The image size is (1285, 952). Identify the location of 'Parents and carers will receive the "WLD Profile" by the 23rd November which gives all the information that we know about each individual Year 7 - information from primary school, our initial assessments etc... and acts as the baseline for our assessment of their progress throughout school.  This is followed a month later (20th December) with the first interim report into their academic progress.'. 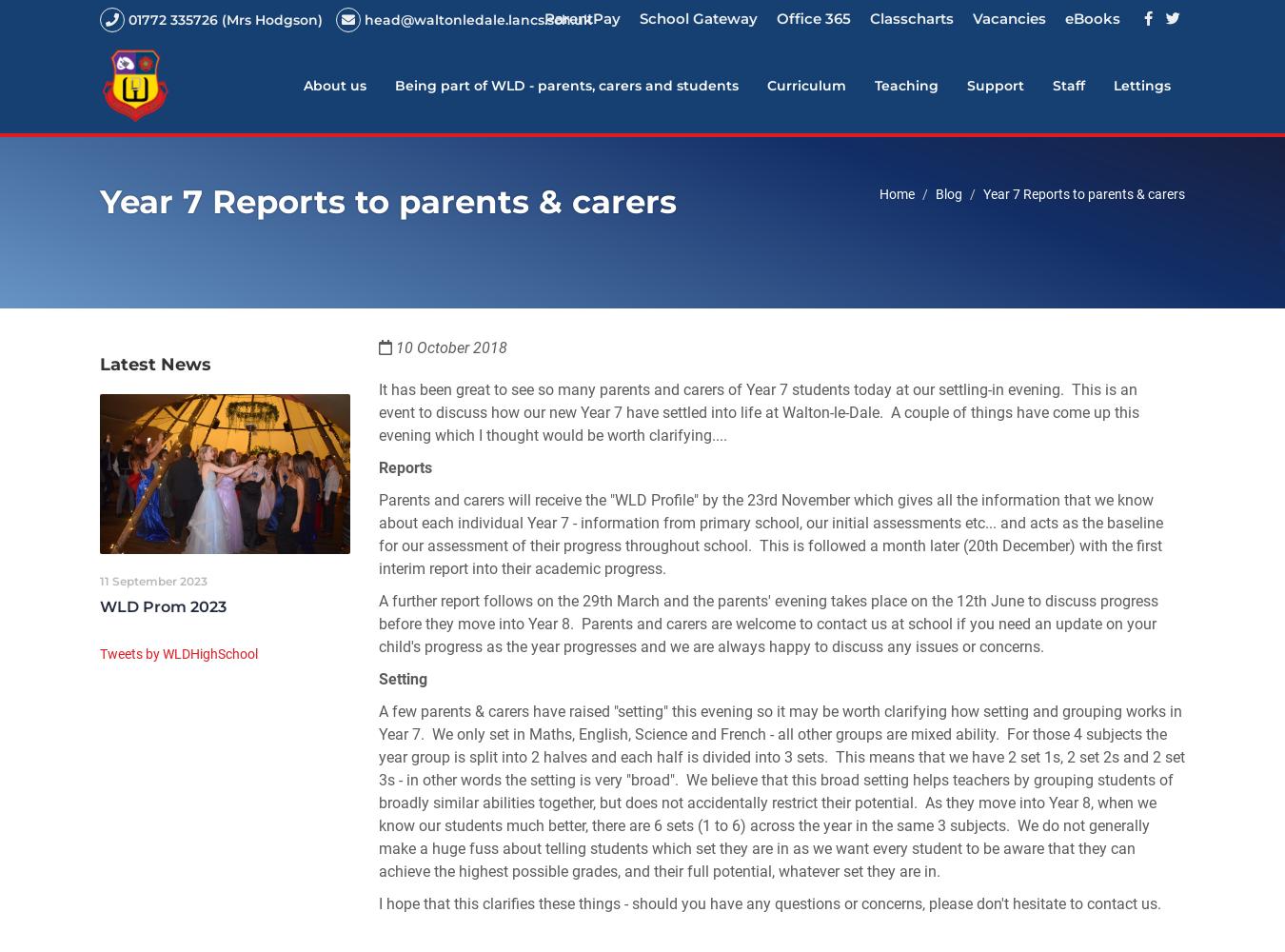
(770, 534).